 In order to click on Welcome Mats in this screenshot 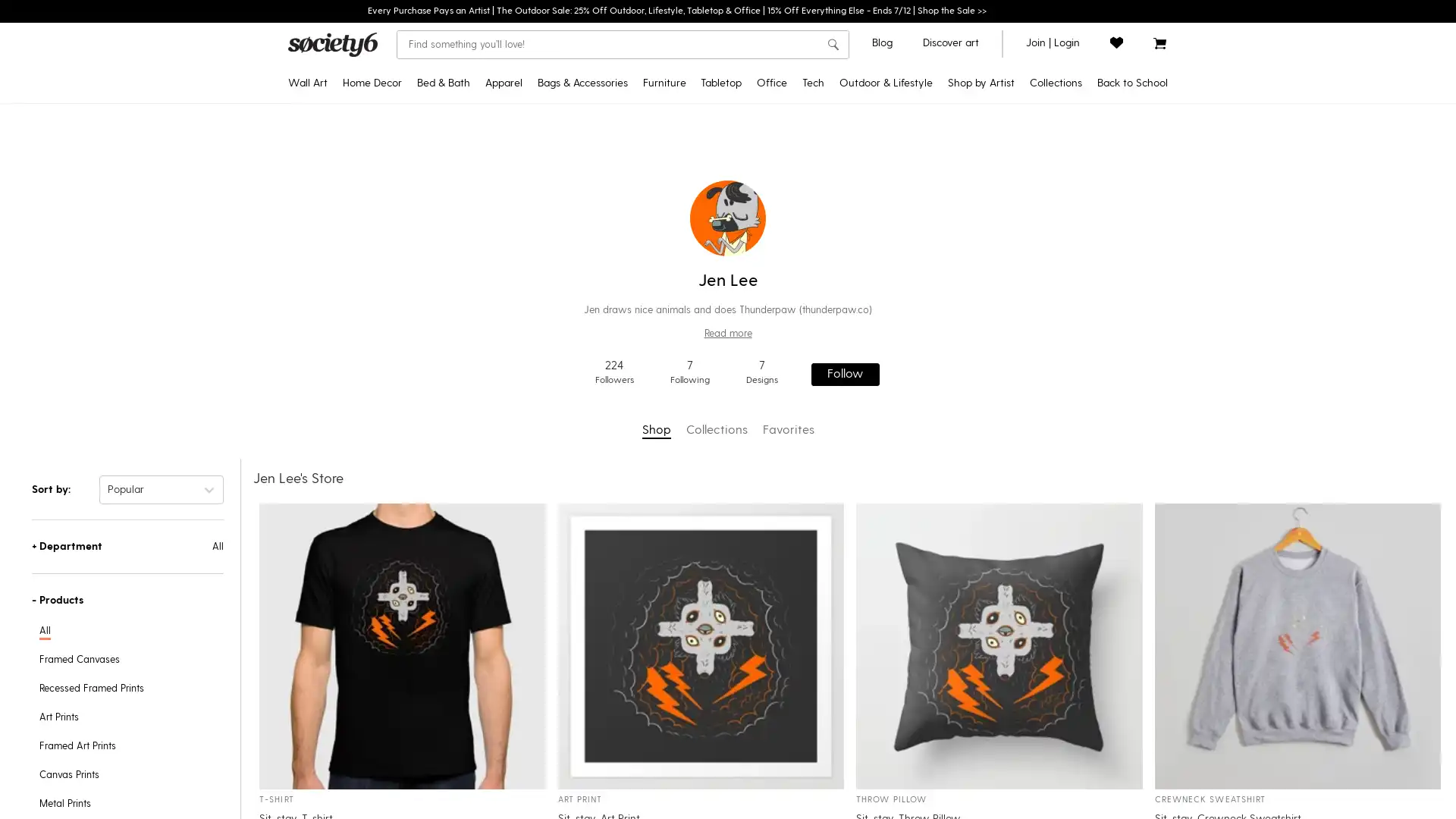, I will do `click(907, 268)`.